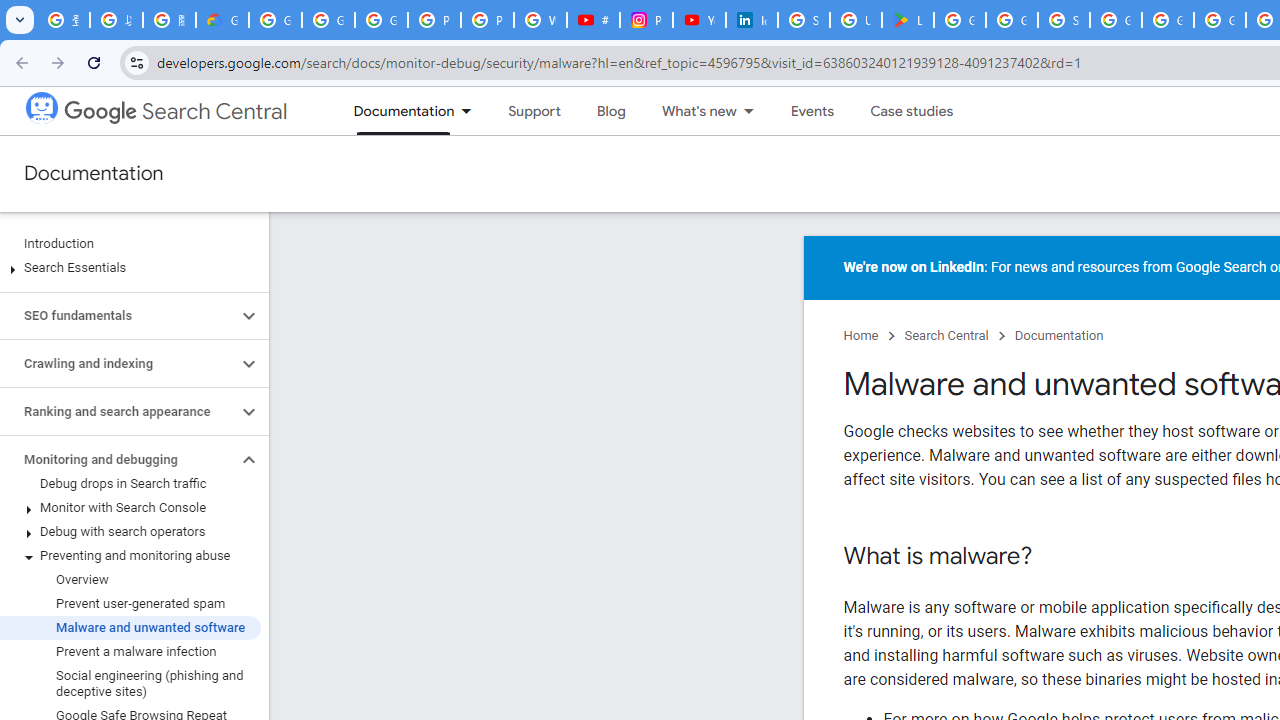 This screenshot has height=720, width=1280. I want to click on 'Home', so click(861, 334).